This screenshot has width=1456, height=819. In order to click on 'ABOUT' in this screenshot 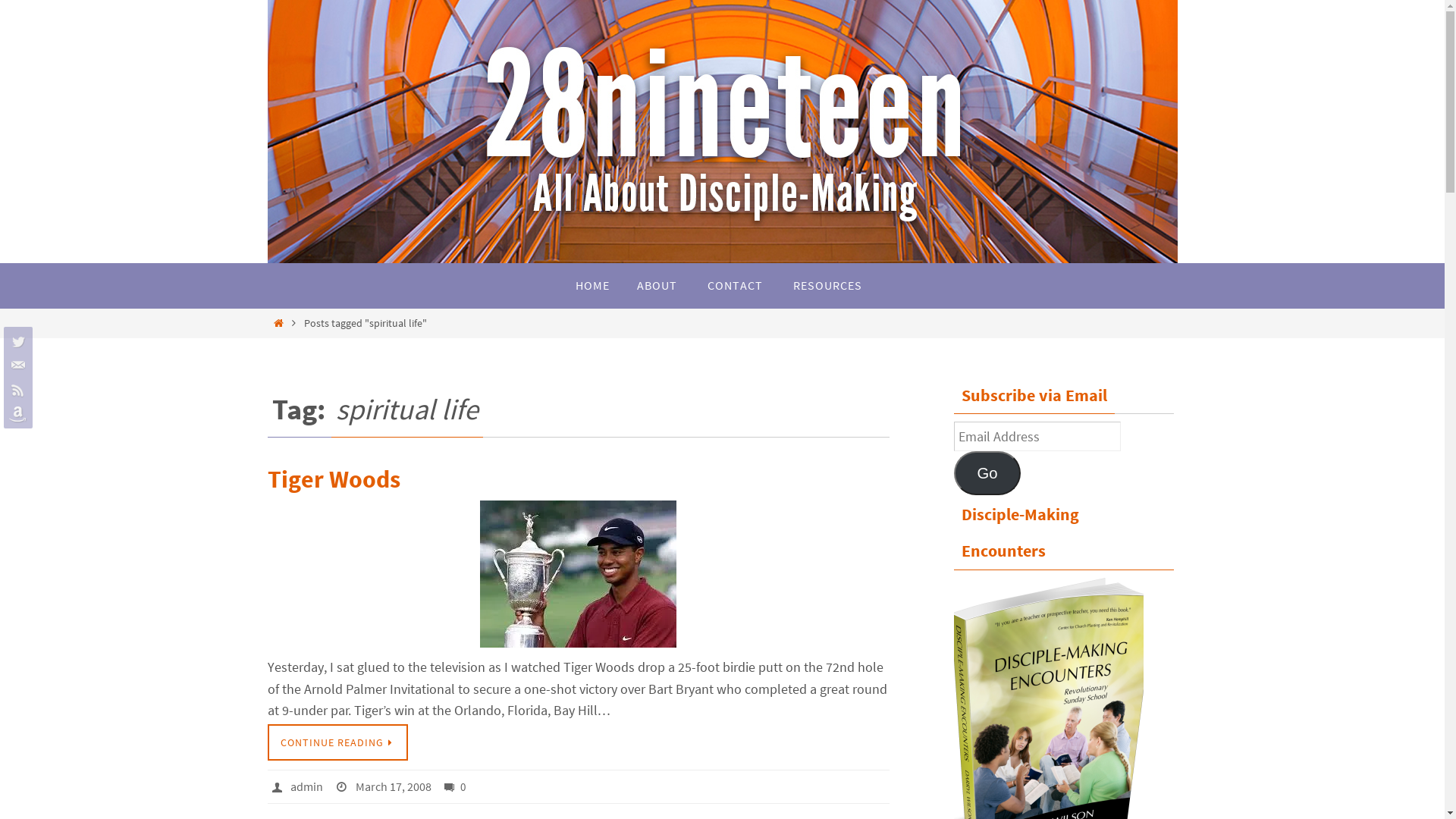, I will do `click(657, 286)`.